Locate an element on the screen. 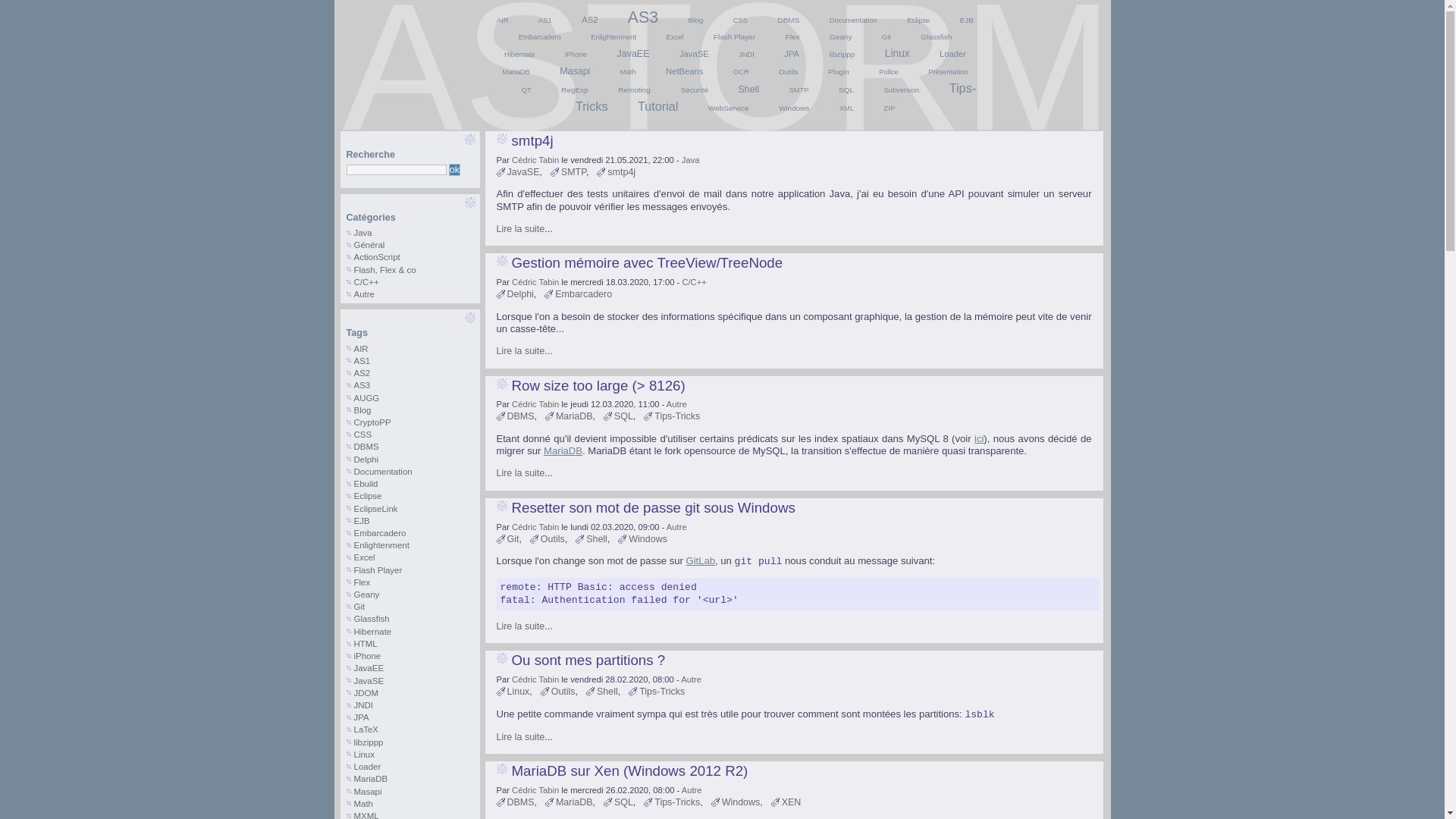  'Masapi' is located at coordinates (574, 71).